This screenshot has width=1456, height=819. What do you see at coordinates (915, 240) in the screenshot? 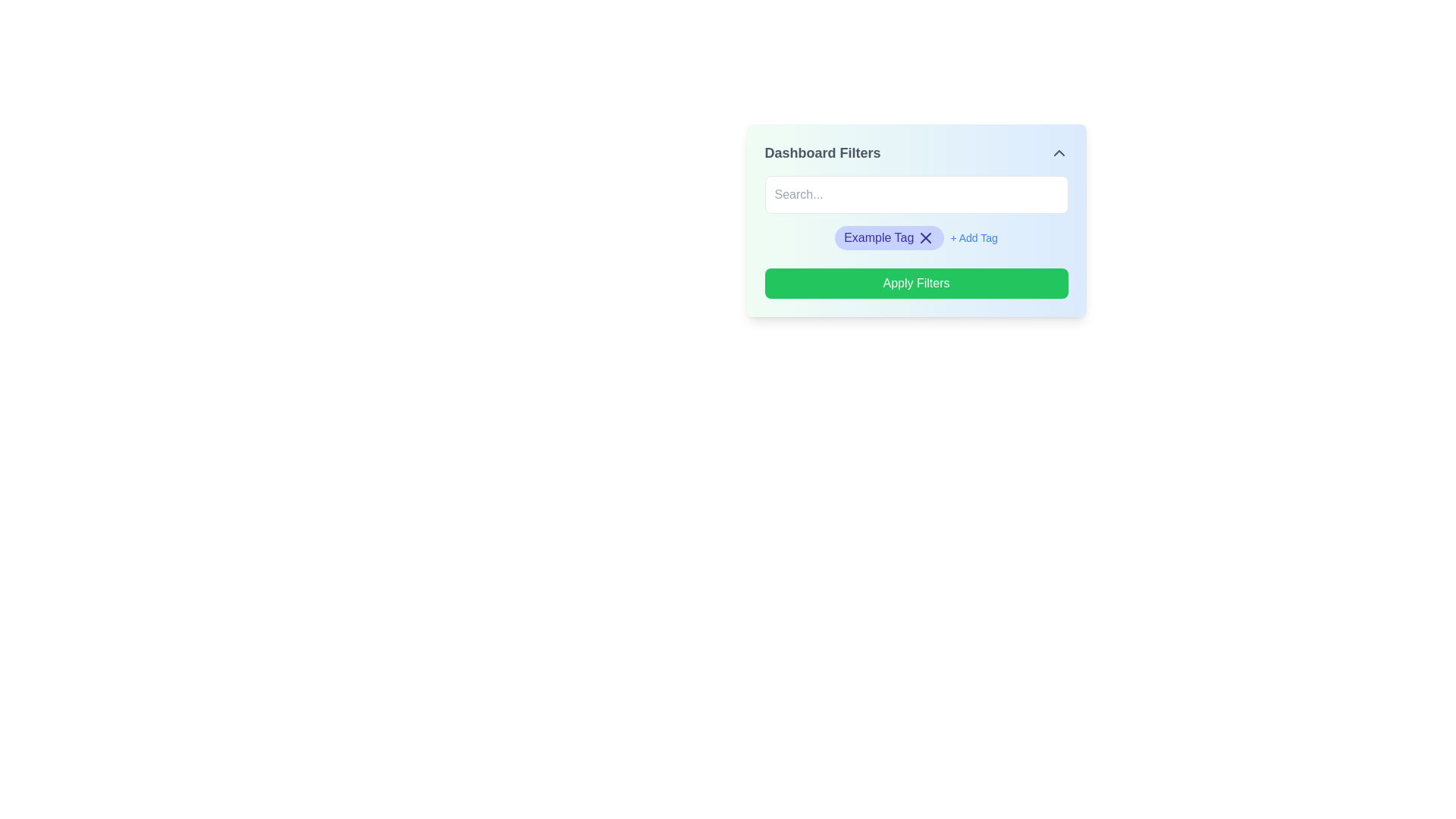
I see `the Example Tag in the Tag Management Interface` at bounding box center [915, 240].